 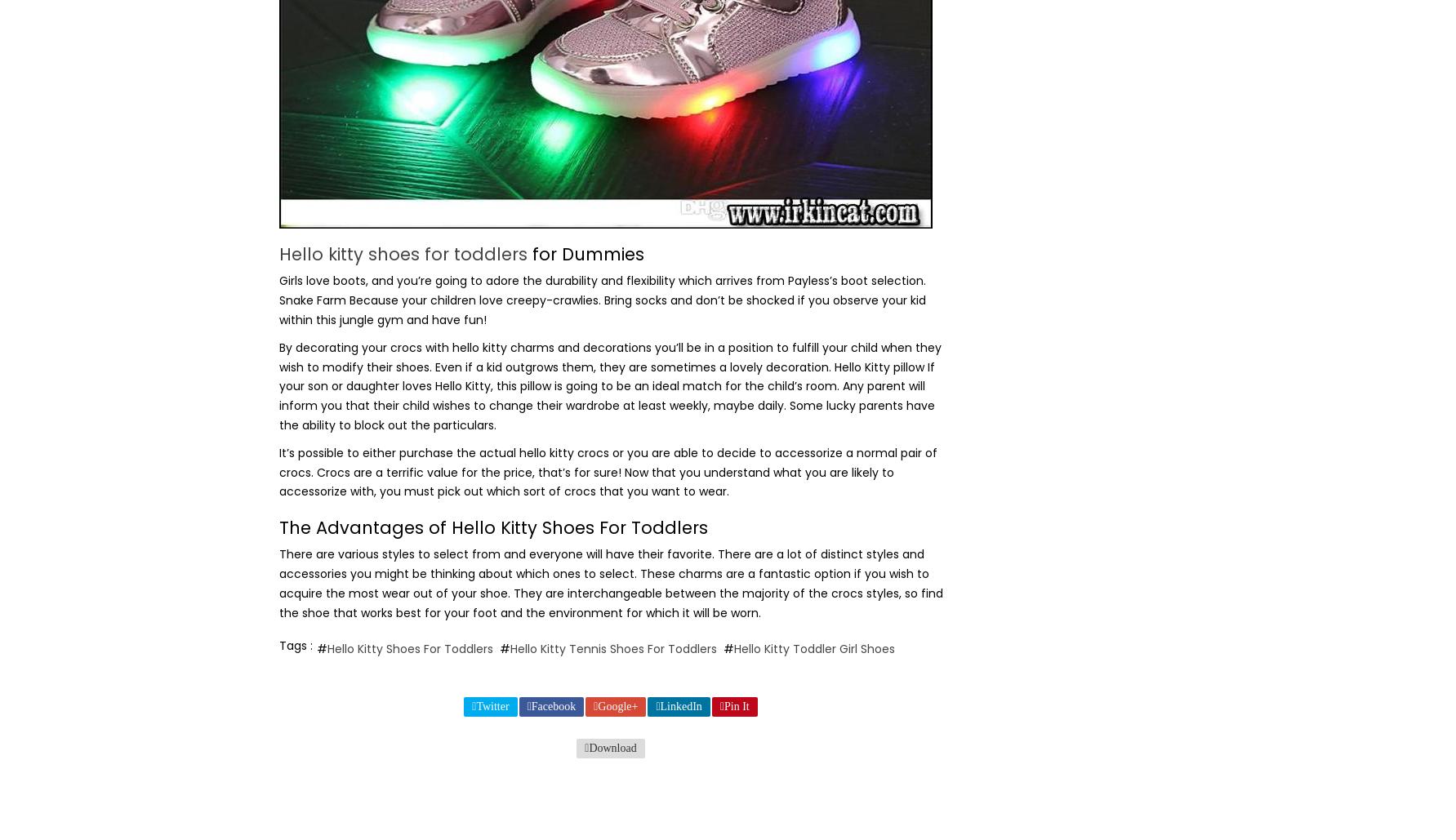 What do you see at coordinates (680, 704) in the screenshot?
I see `'LinkedIn'` at bounding box center [680, 704].